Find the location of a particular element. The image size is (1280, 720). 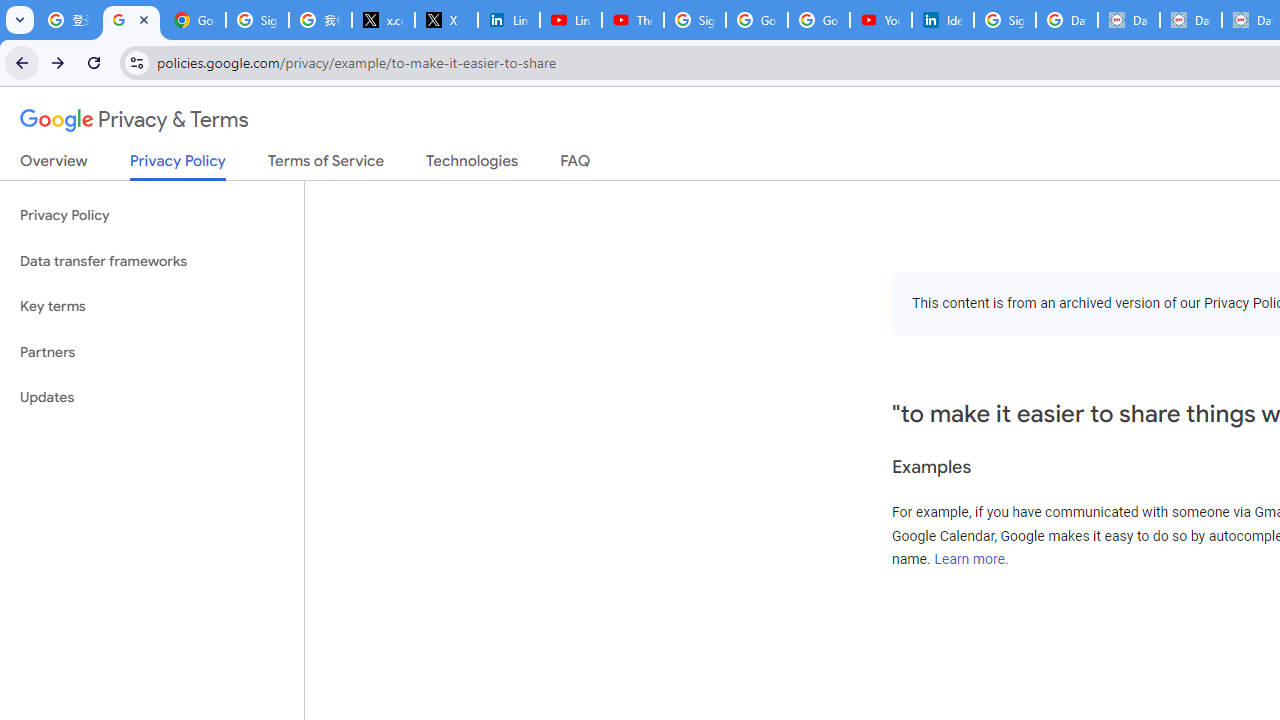

'Data Privacy Framework' is located at coordinates (1128, 20).